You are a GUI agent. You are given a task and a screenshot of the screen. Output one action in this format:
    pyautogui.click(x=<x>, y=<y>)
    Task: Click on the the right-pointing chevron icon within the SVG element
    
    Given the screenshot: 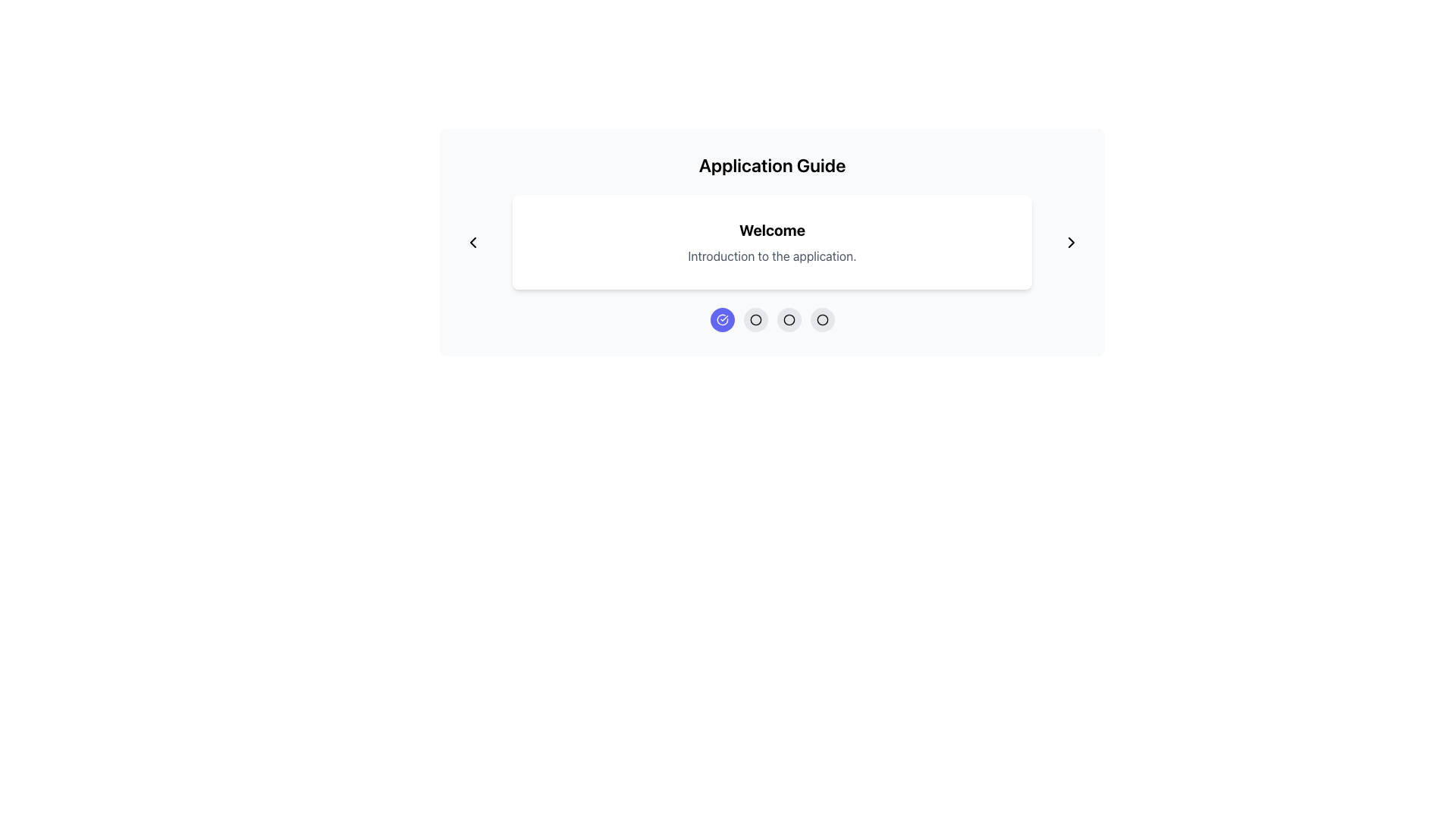 What is the action you would take?
    pyautogui.click(x=1070, y=242)
    